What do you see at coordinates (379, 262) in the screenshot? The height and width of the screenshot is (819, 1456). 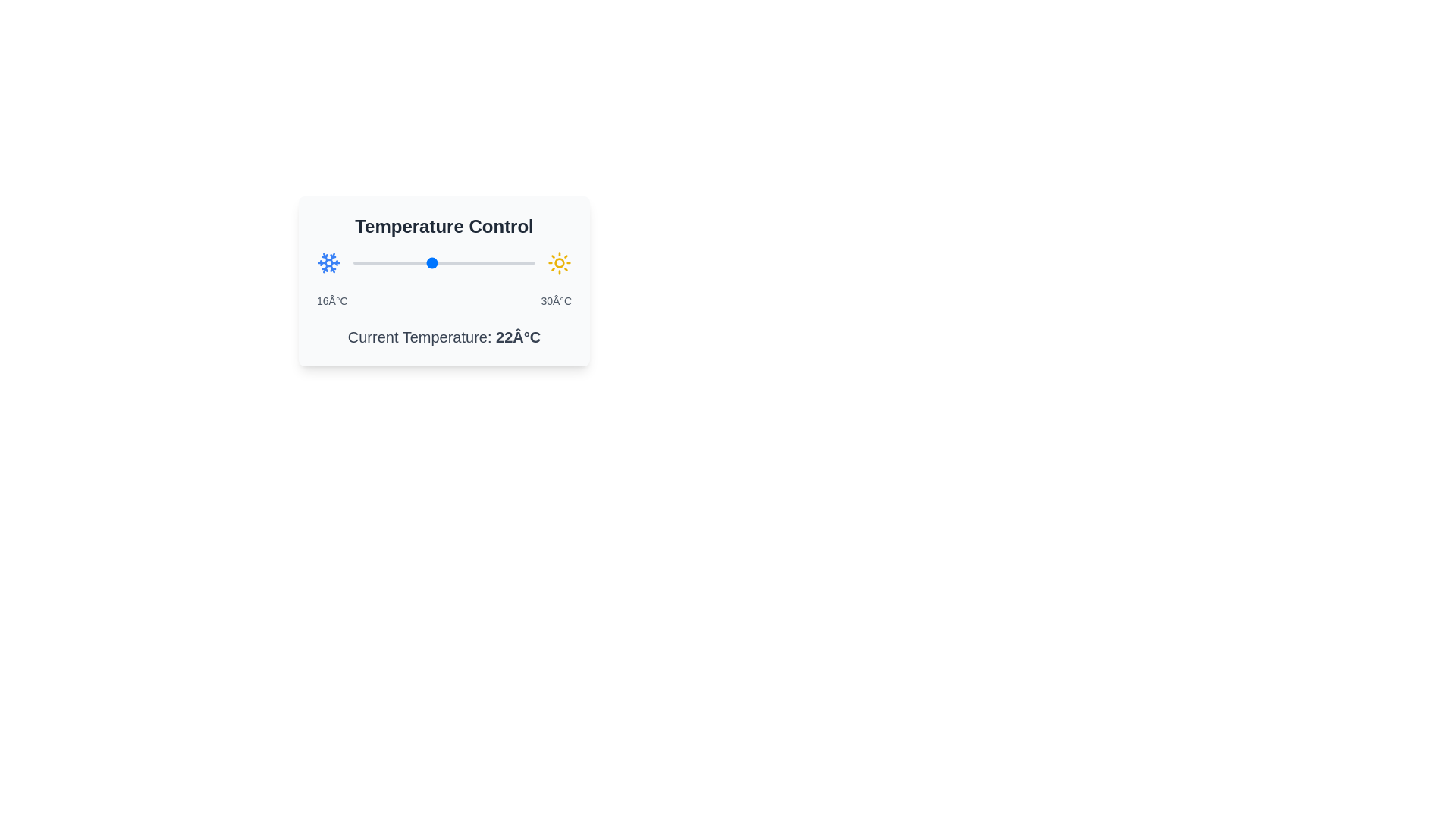 I see `the temperature to 18°C using the slider` at bounding box center [379, 262].